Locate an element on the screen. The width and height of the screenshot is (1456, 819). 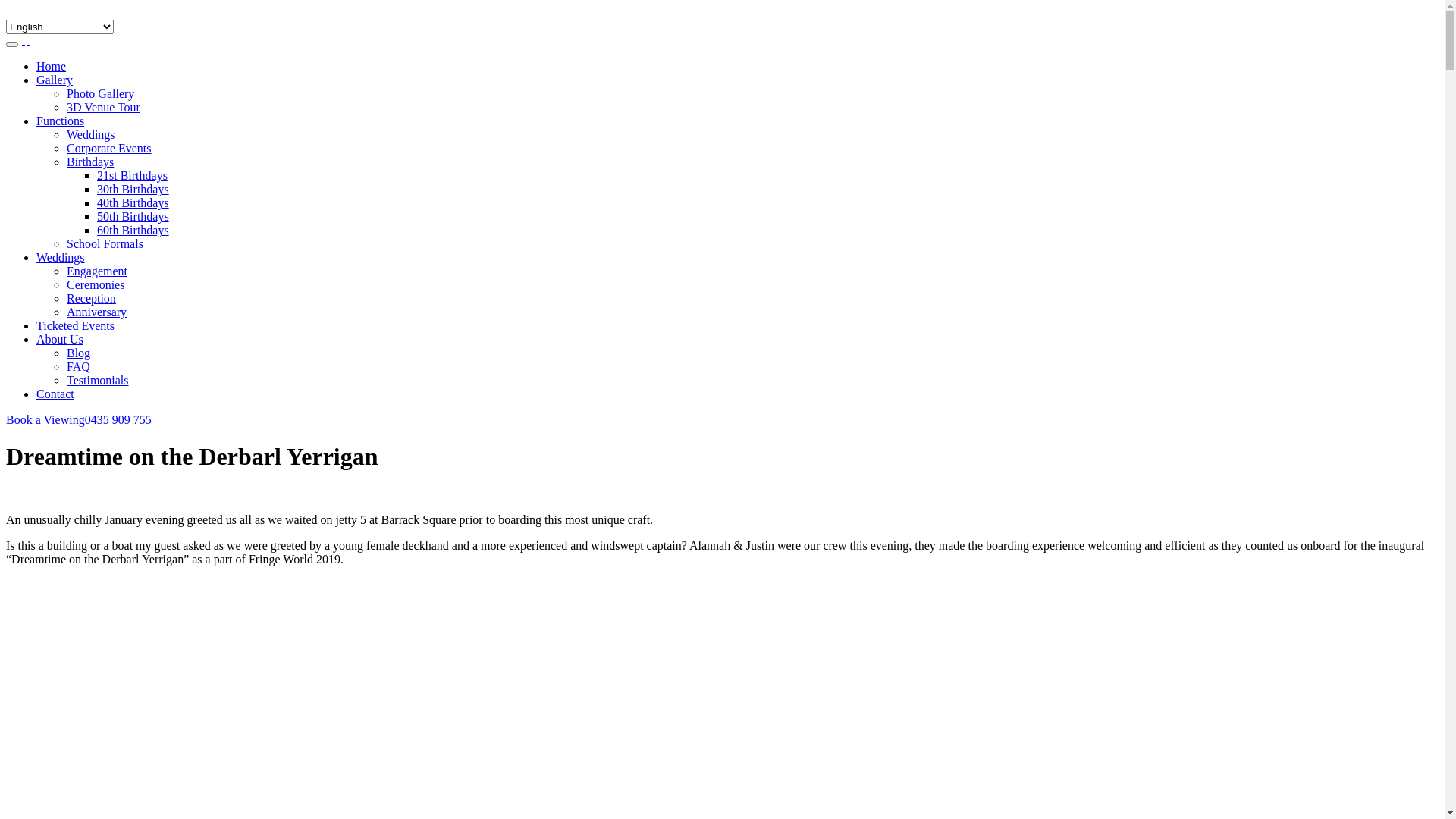
'Ticketed Events' is located at coordinates (36, 325).